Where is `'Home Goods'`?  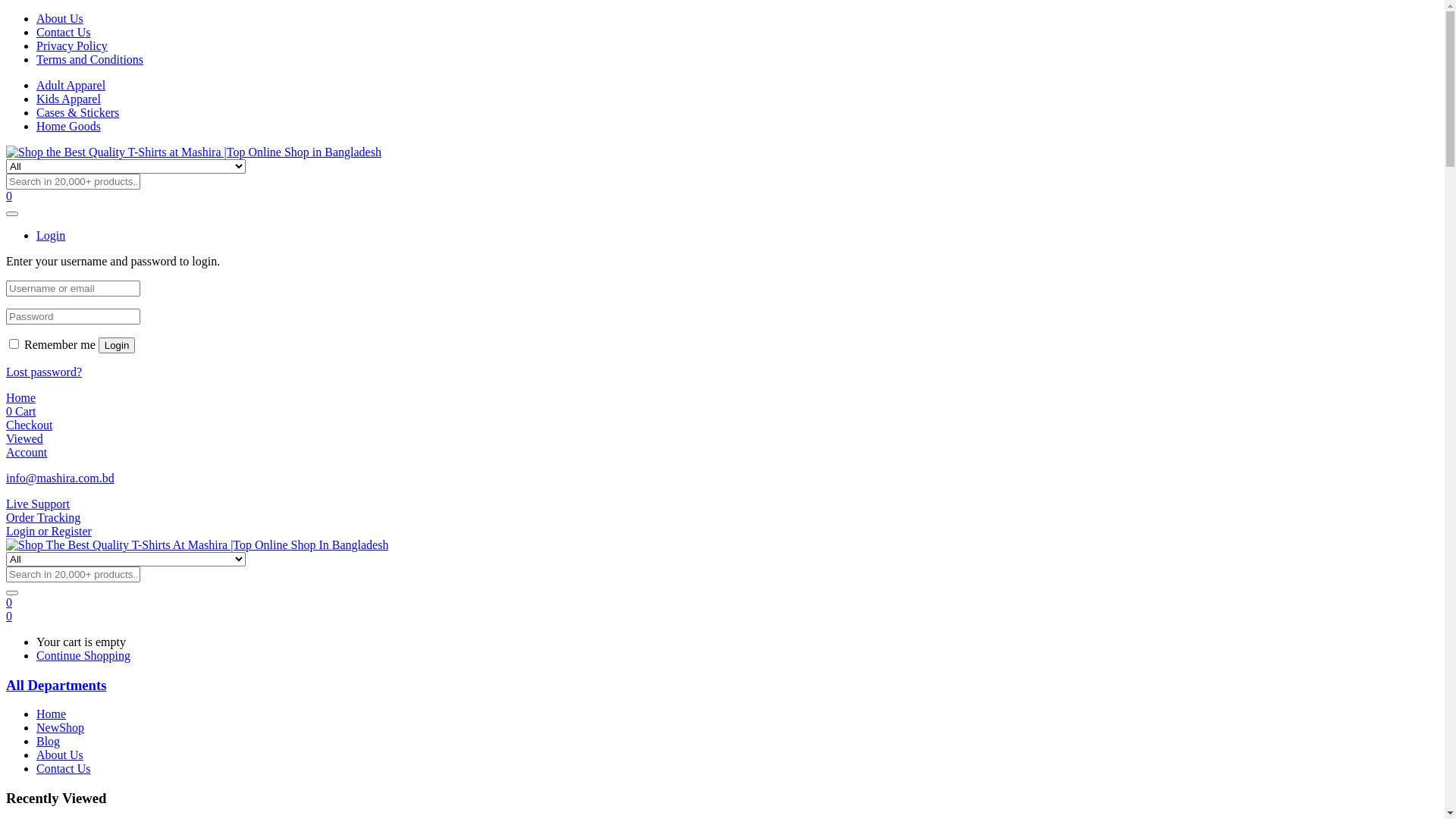
'Home Goods' is located at coordinates (67, 125).